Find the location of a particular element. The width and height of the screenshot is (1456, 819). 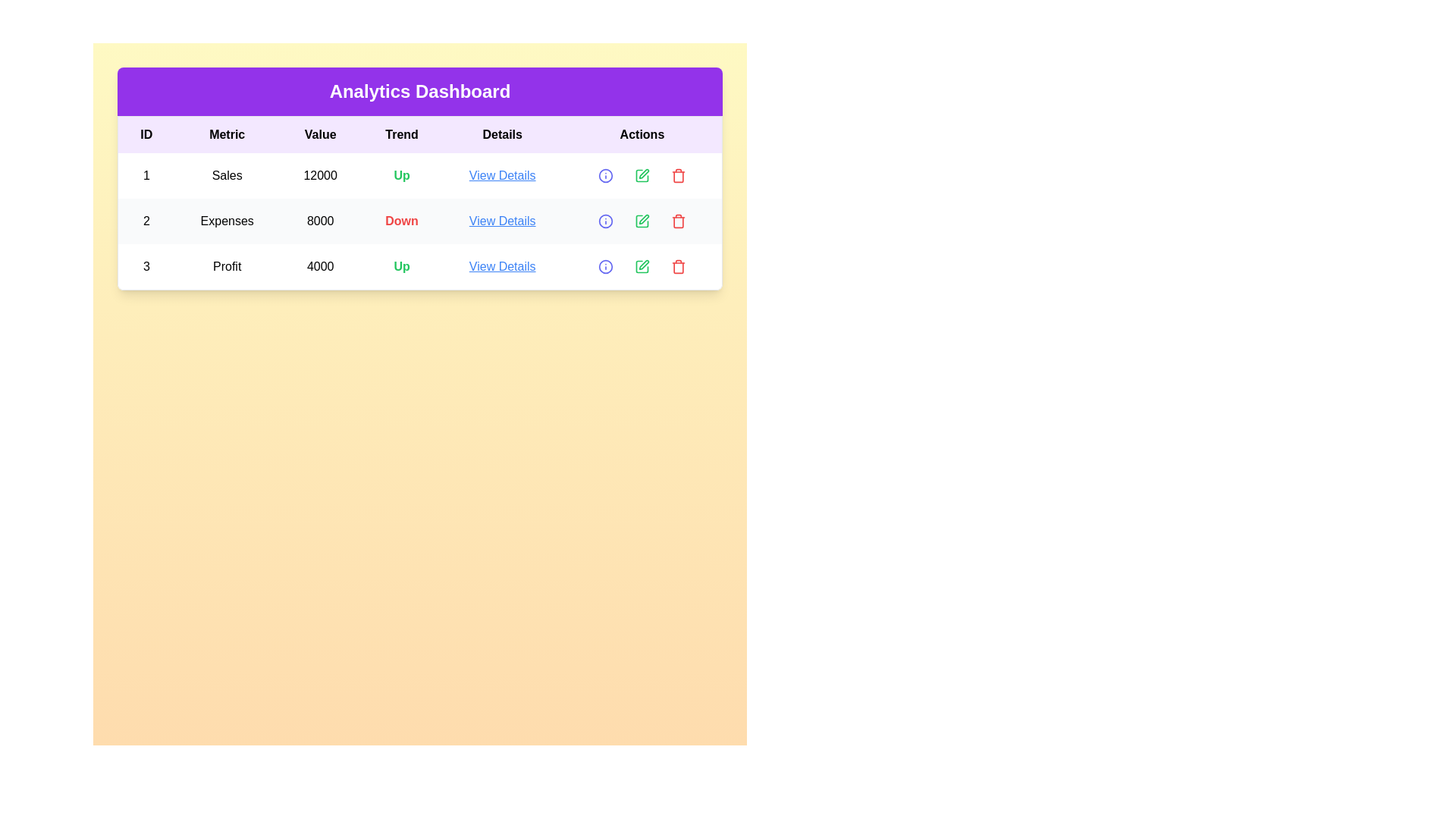

the delete icon button located in the 'Actions' column of the table row representing 'Profit' to initiate the delete action is located at coordinates (677, 267).